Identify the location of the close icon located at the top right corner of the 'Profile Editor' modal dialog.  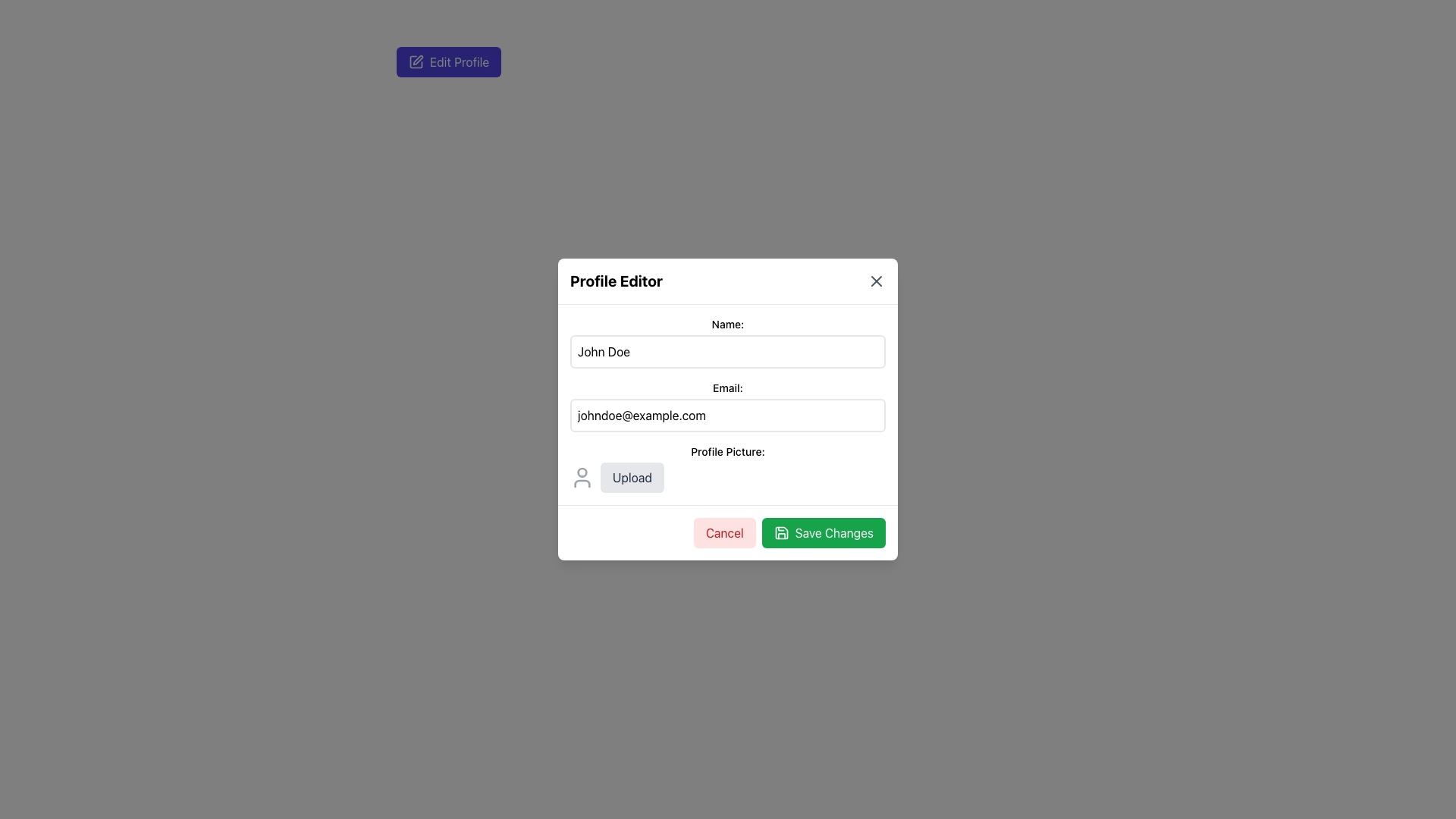
(877, 281).